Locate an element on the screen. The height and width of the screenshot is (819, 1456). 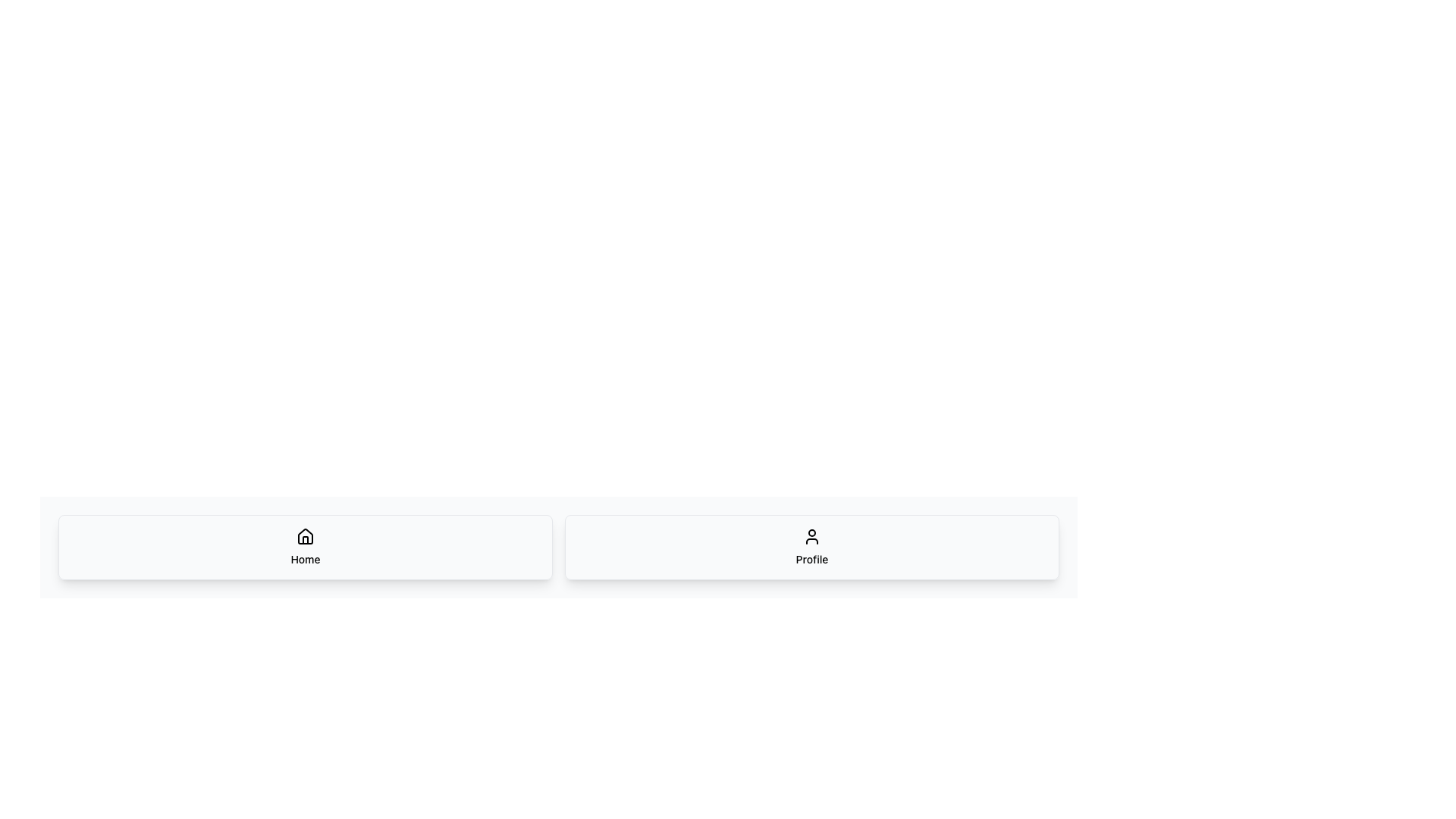
the 'Home' SVG Icon located at the top-center of the navigation bar, which visually represents the 'Home' section is located at coordinates (305, 535).